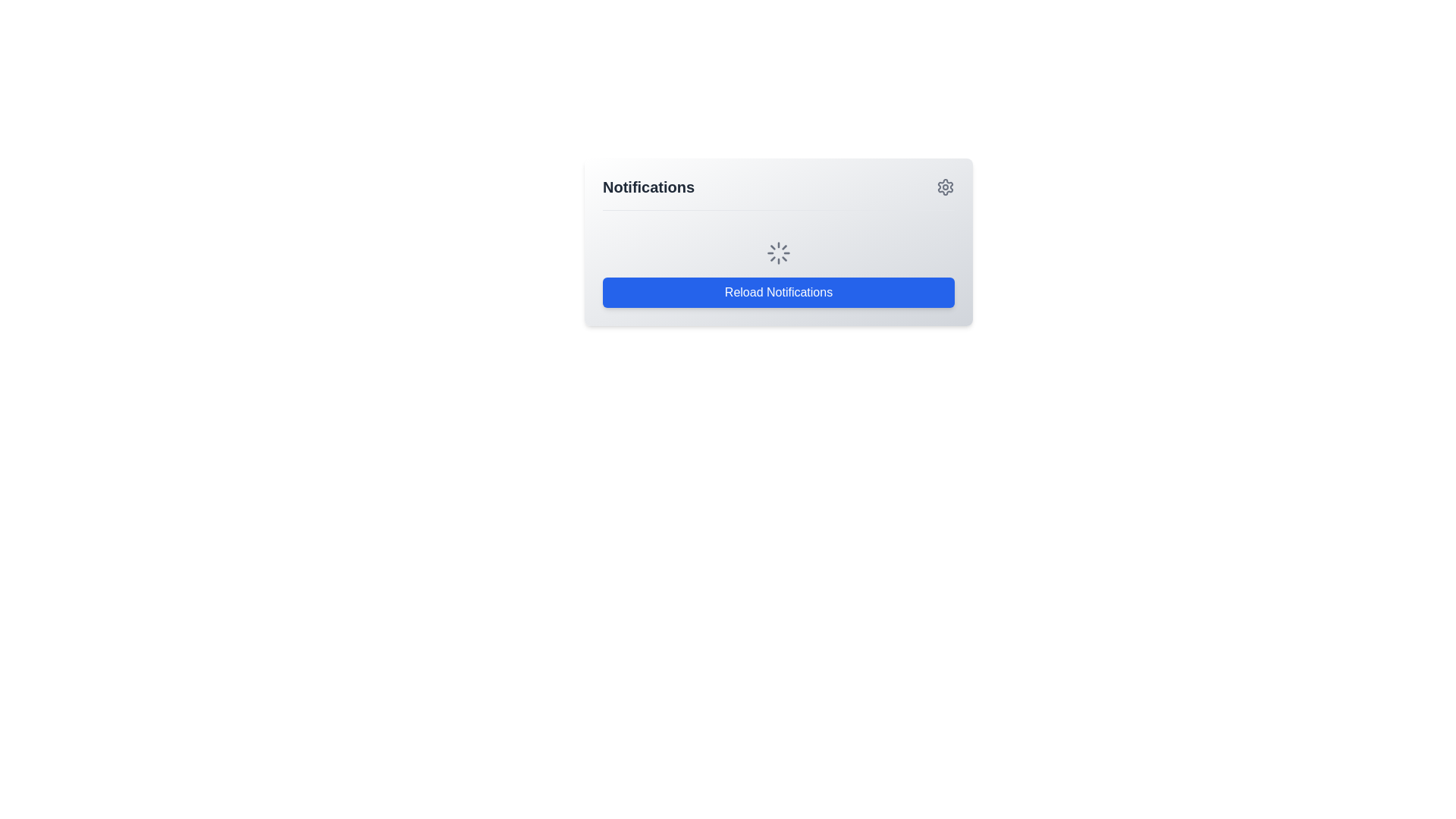 The height and width of the screenshot is (819, 1456). I want to click on the loader or spinner icon that indicates loading or processing actions, which is located centrally above the 'Reload Notifications' button and below the section heading 'Notifications', so click(779, 253).